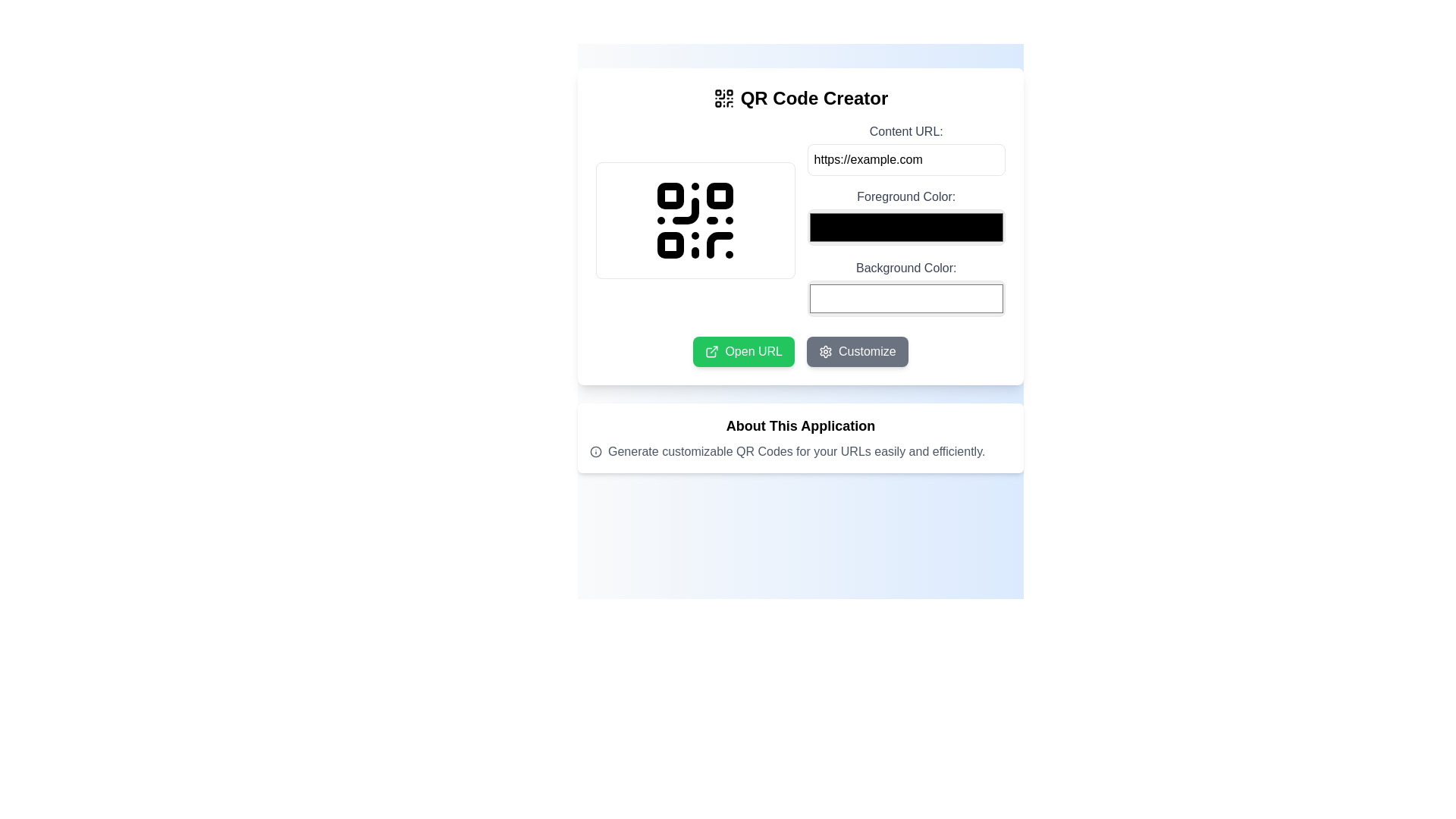  What do you see at coordinates (800, 99) in the screenshot?
I see `the title text element that indicates the purpose of the application for creating QR codes, which is positioned at the top of the form fields` at bounding box center [800, 99].